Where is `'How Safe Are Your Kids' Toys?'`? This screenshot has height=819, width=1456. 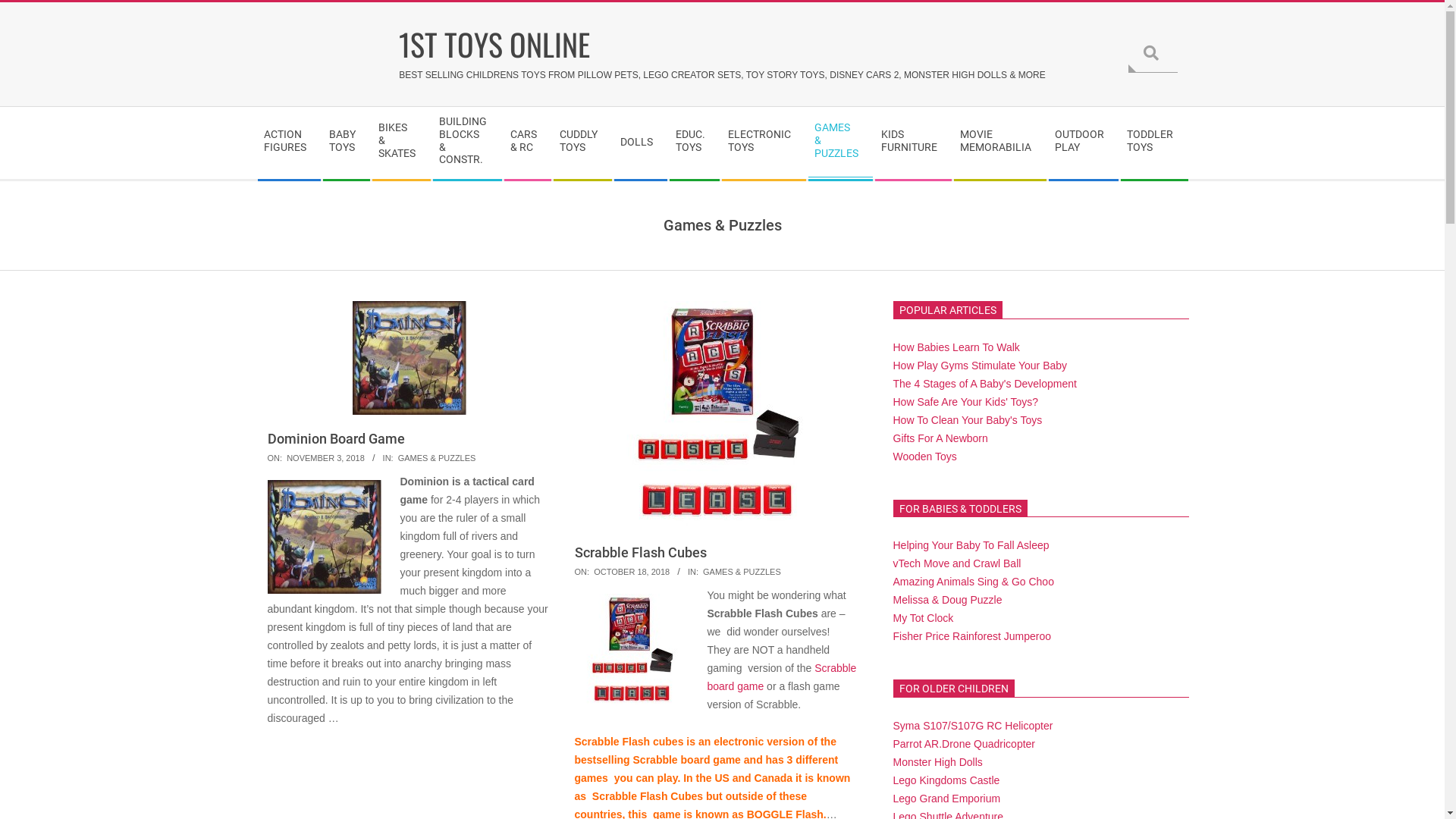
'How Safe Are Your Kids' Toys?' is located at coordinates (965, 400).